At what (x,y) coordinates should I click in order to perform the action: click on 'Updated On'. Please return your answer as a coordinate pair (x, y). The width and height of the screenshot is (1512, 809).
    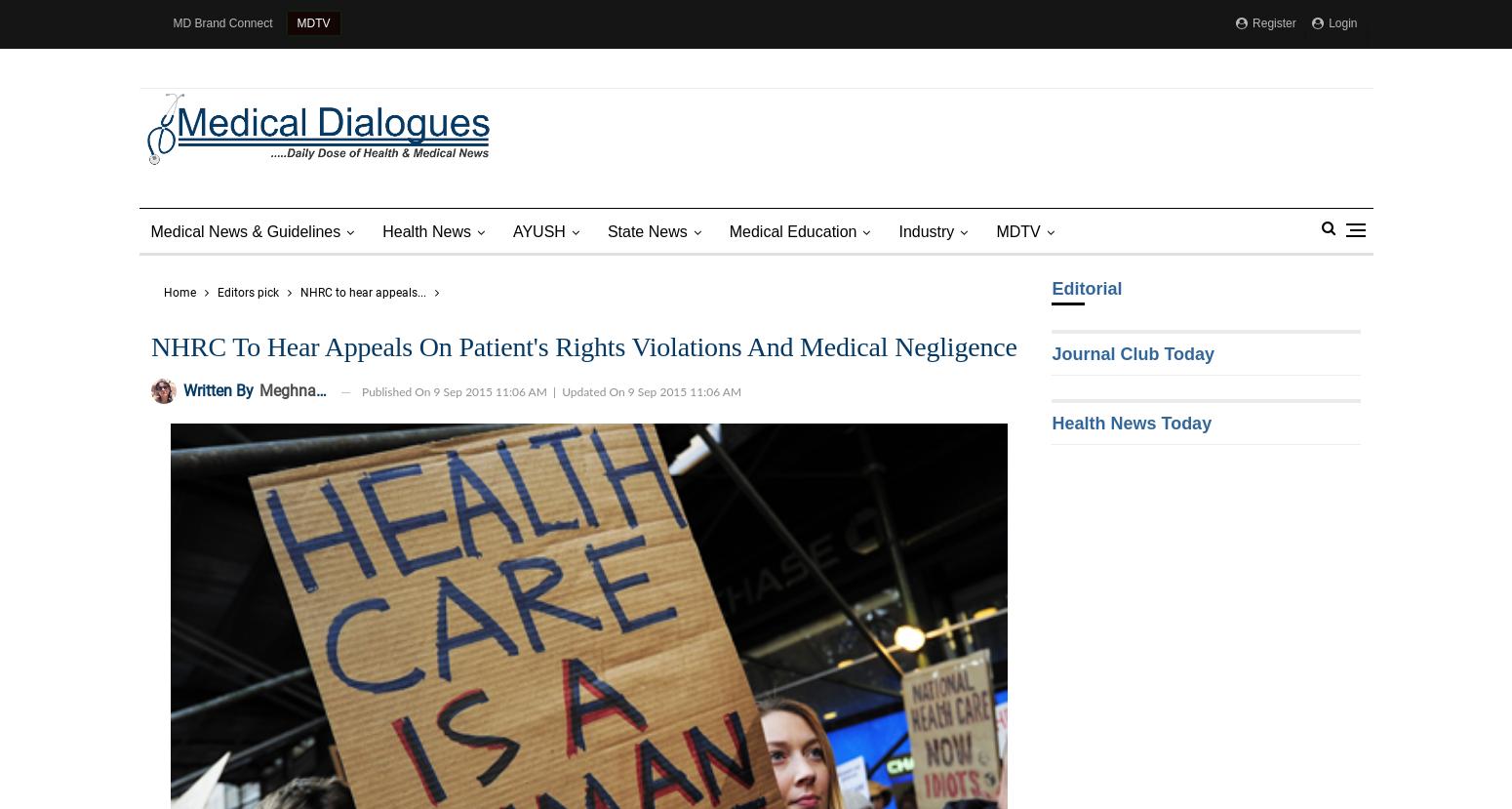
    Looking at the image, I should click on (594, 390).